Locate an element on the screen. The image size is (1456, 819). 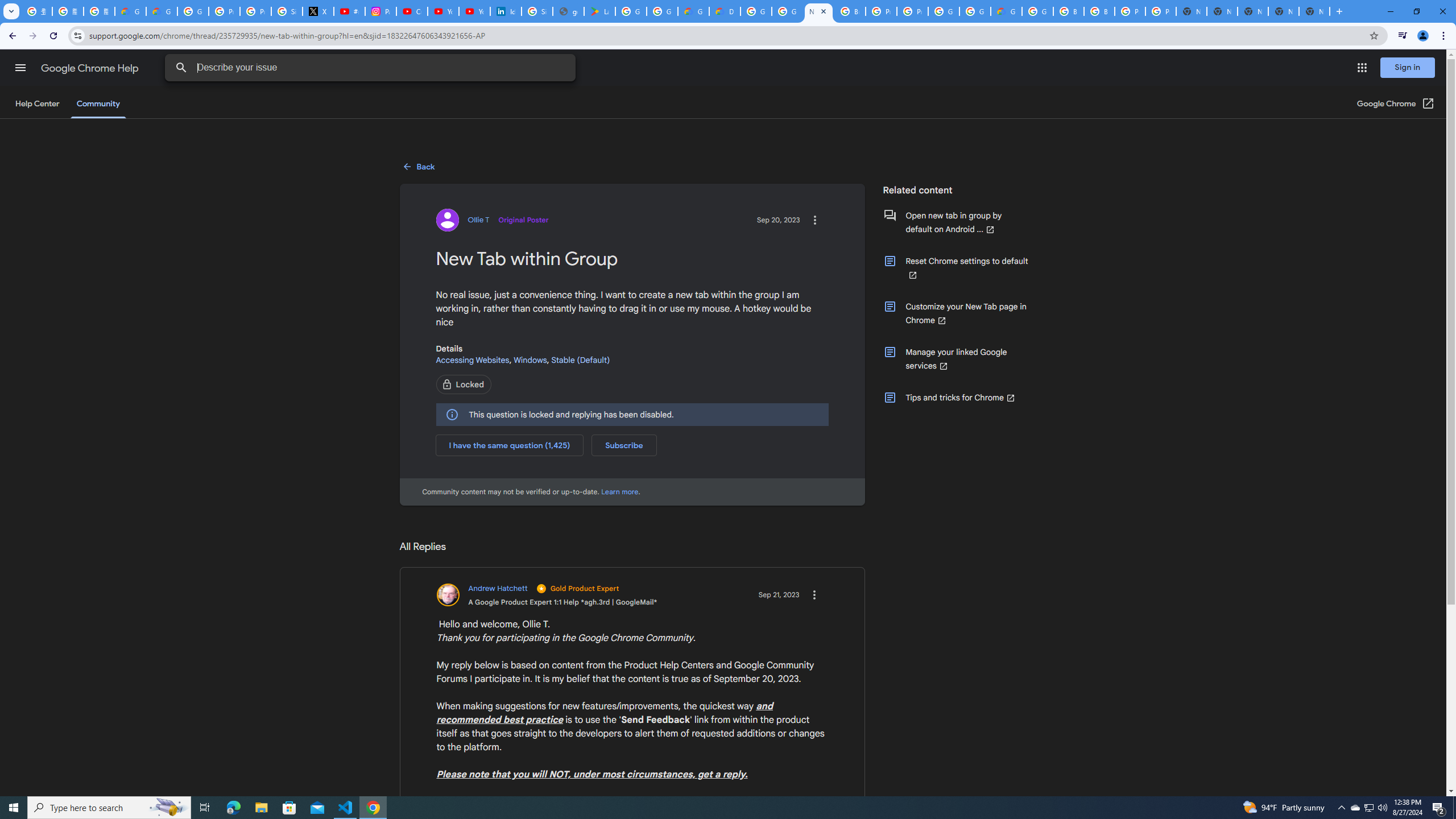
'View profile for Ollie T' is located at coordinates (491, 220).